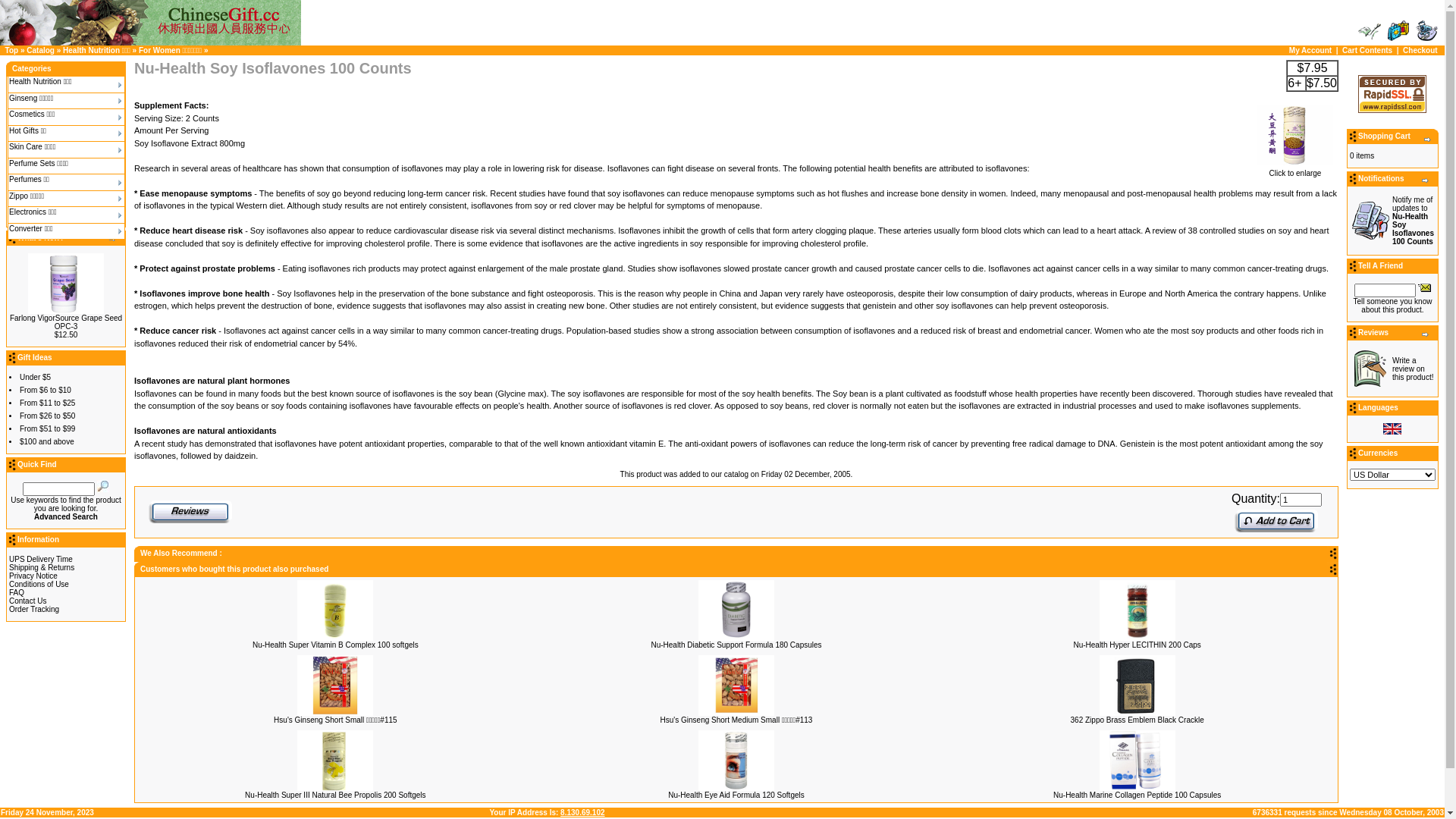 This screenshot has width=1456, height=819. I want to click on ' Reviews ', so click(189, 512).